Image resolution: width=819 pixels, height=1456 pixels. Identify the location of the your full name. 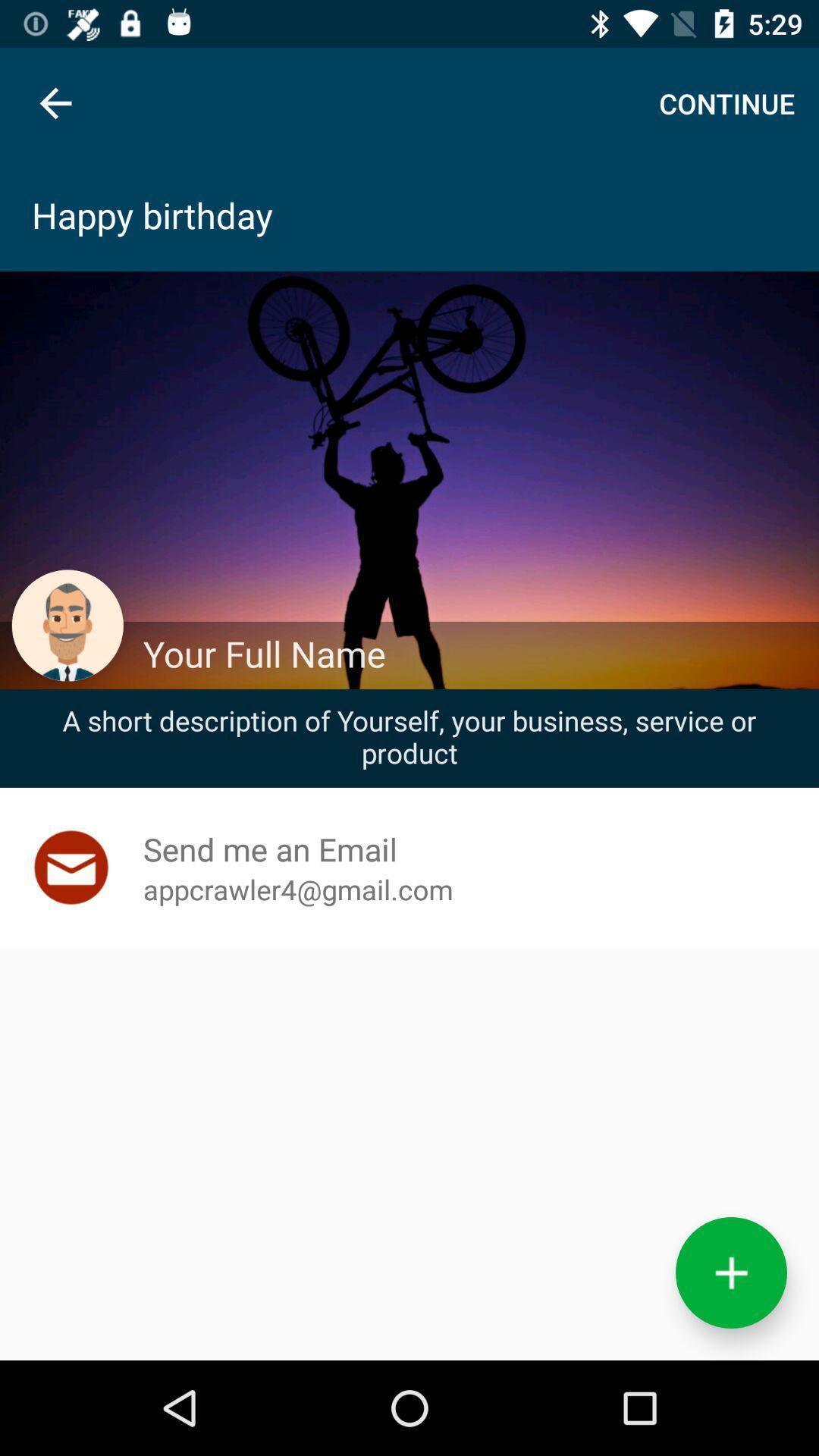
(472, 654).